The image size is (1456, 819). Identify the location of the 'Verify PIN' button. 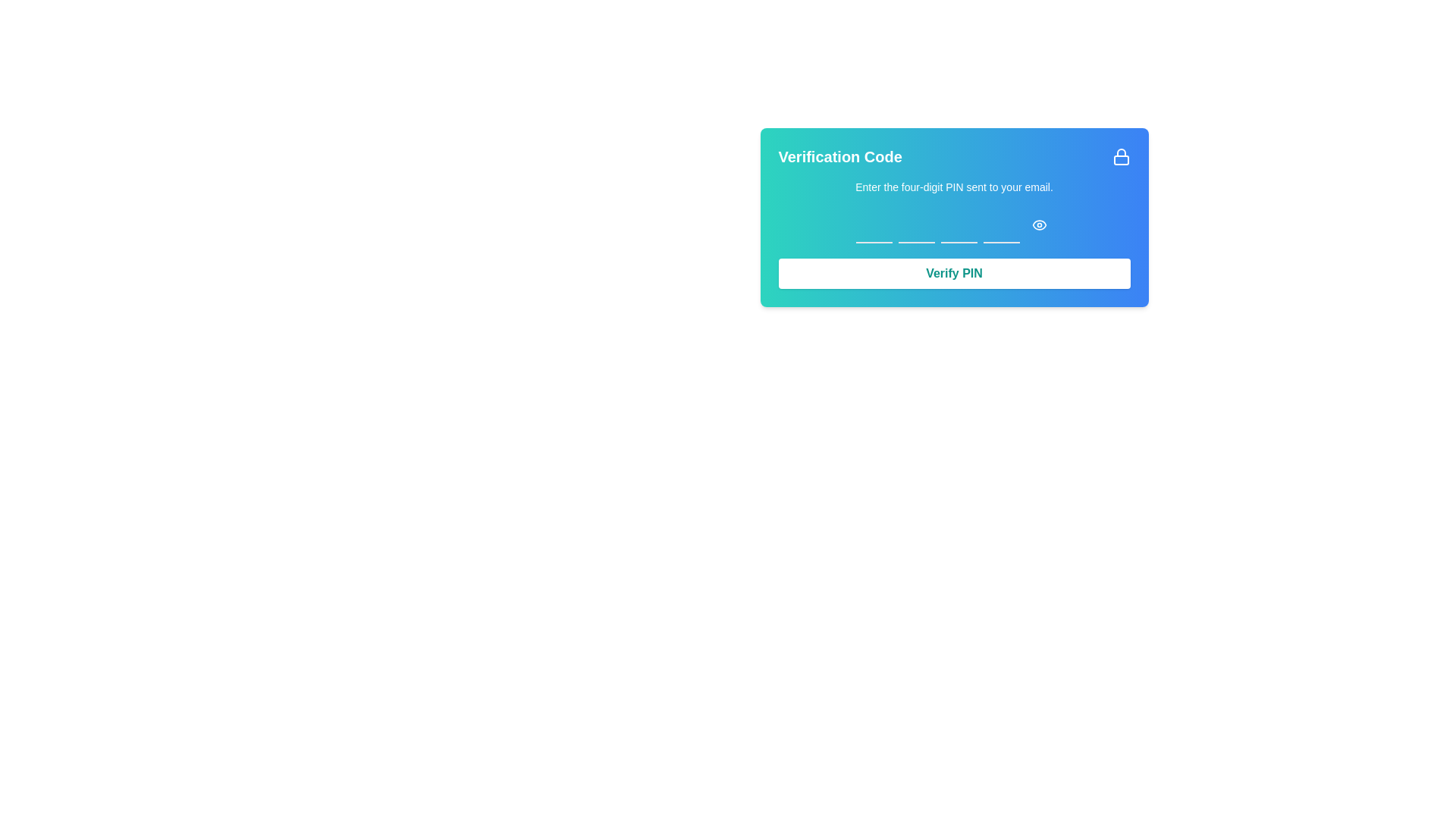
(953, 274).